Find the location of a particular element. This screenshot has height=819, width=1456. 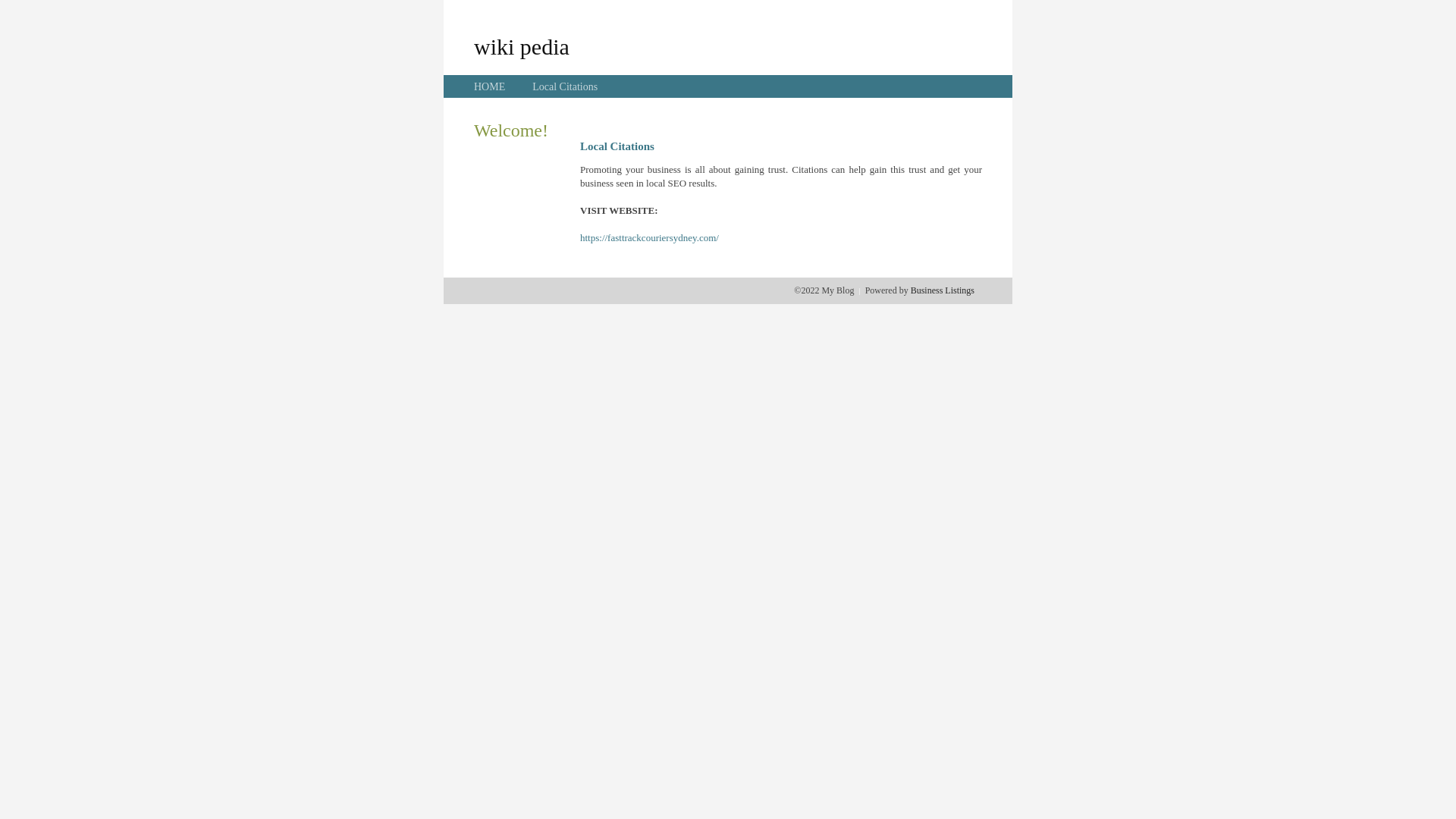

'wiki pedia' is located at coordinates (521, 45).